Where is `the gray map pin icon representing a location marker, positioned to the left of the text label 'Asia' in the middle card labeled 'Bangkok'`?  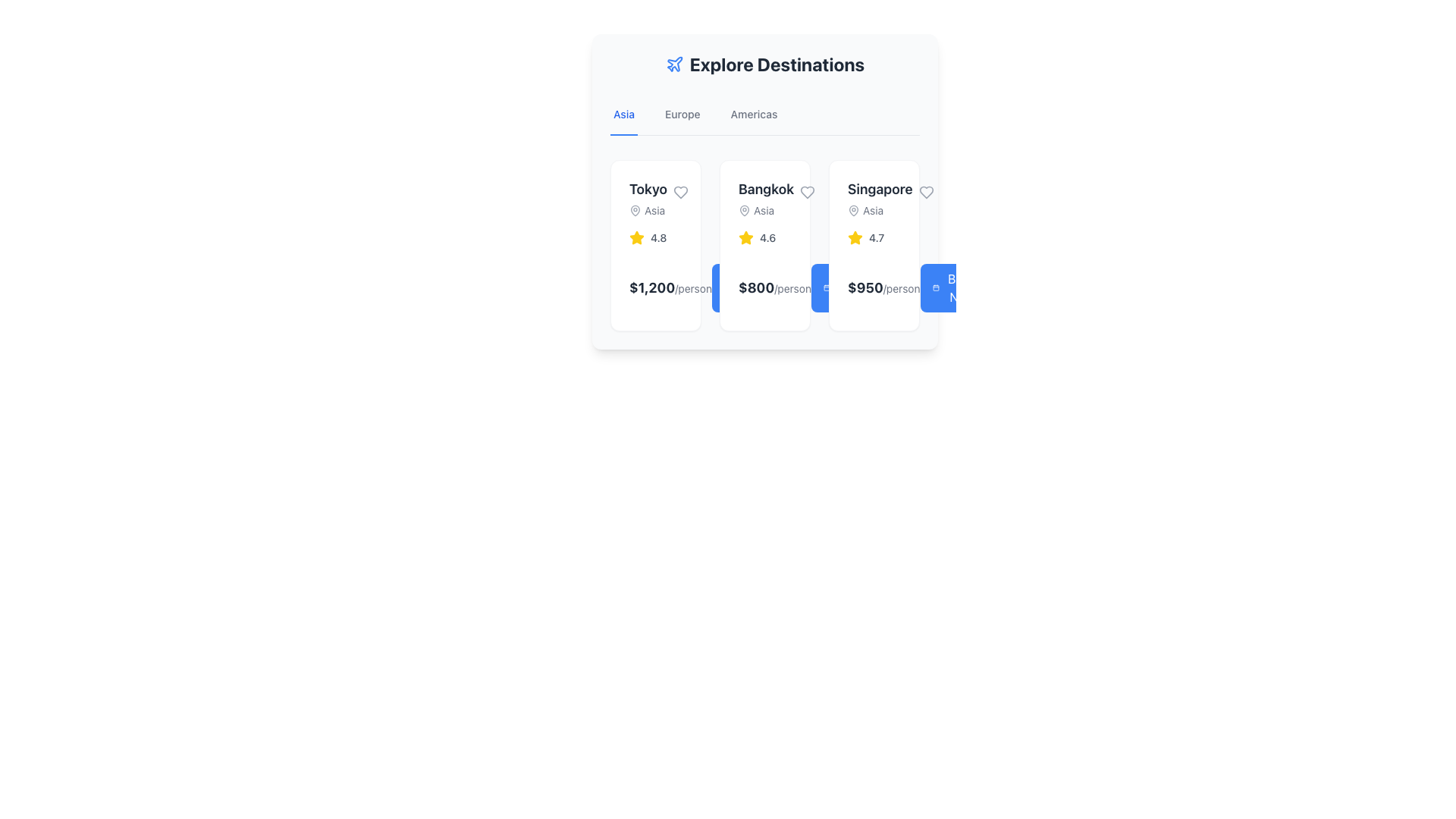 the gray map pin icon representing a location marker, positioned to the left of the text label 'Asia' in the middle card labeled 'Bangkok' is located at coordinates (745, 210).